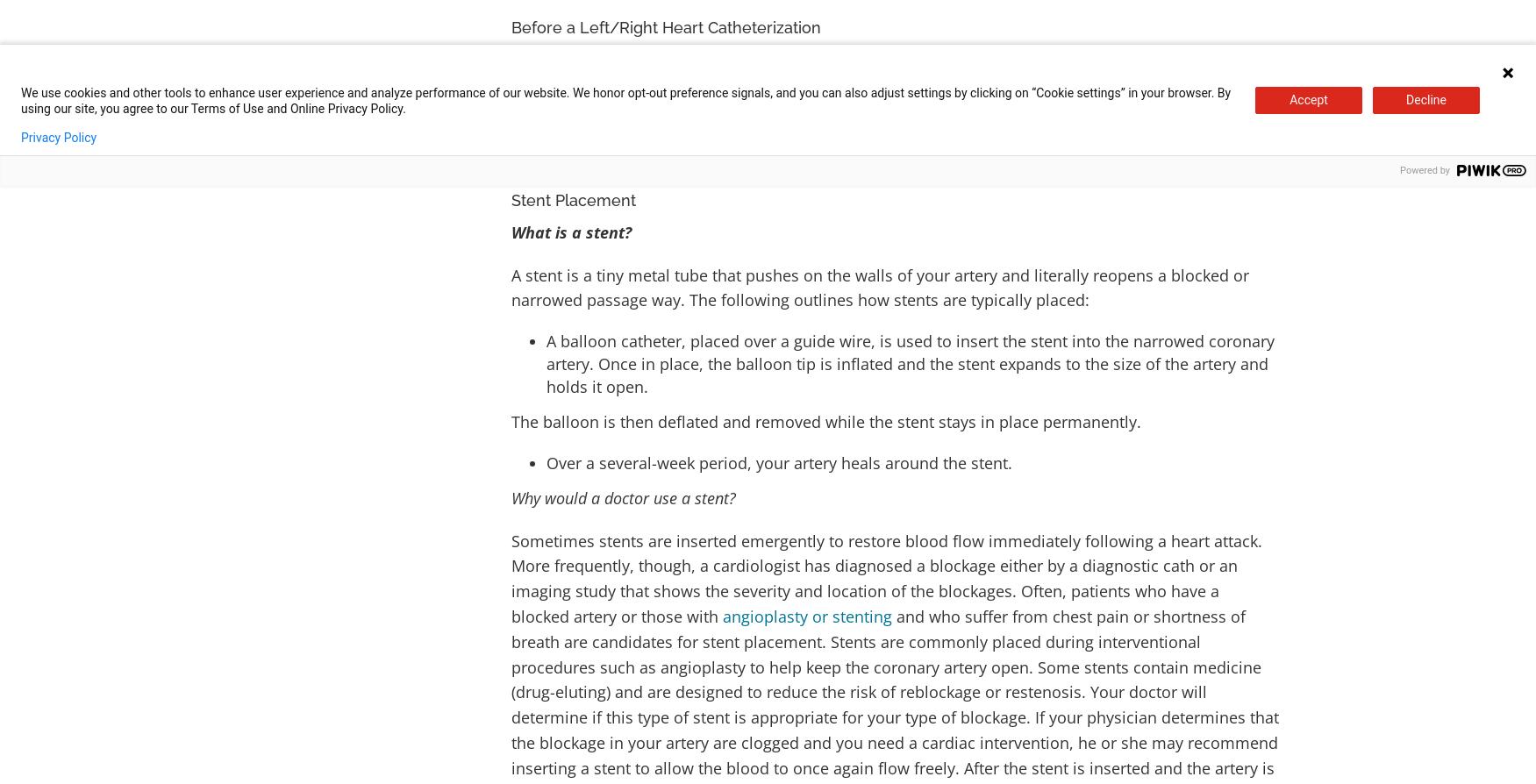 The image size is (1536, 784). What do you see at coordinates (892, 110) in the screenshot?
I see `'Do not eat or drink after midnight on the evening before the procedure. Take your regular medications, but only have a small amount of water to take pills. If you take blood thinners or have diabetes, talk with your doctor about any special instructions.  If you are allowed to return home, you will not be able to drive, so you will need to have a driver to take you home from the hospital. Your cardiologist will advise you of any special instructions and precautions once you are home.'` at bounding box center [892, 110].